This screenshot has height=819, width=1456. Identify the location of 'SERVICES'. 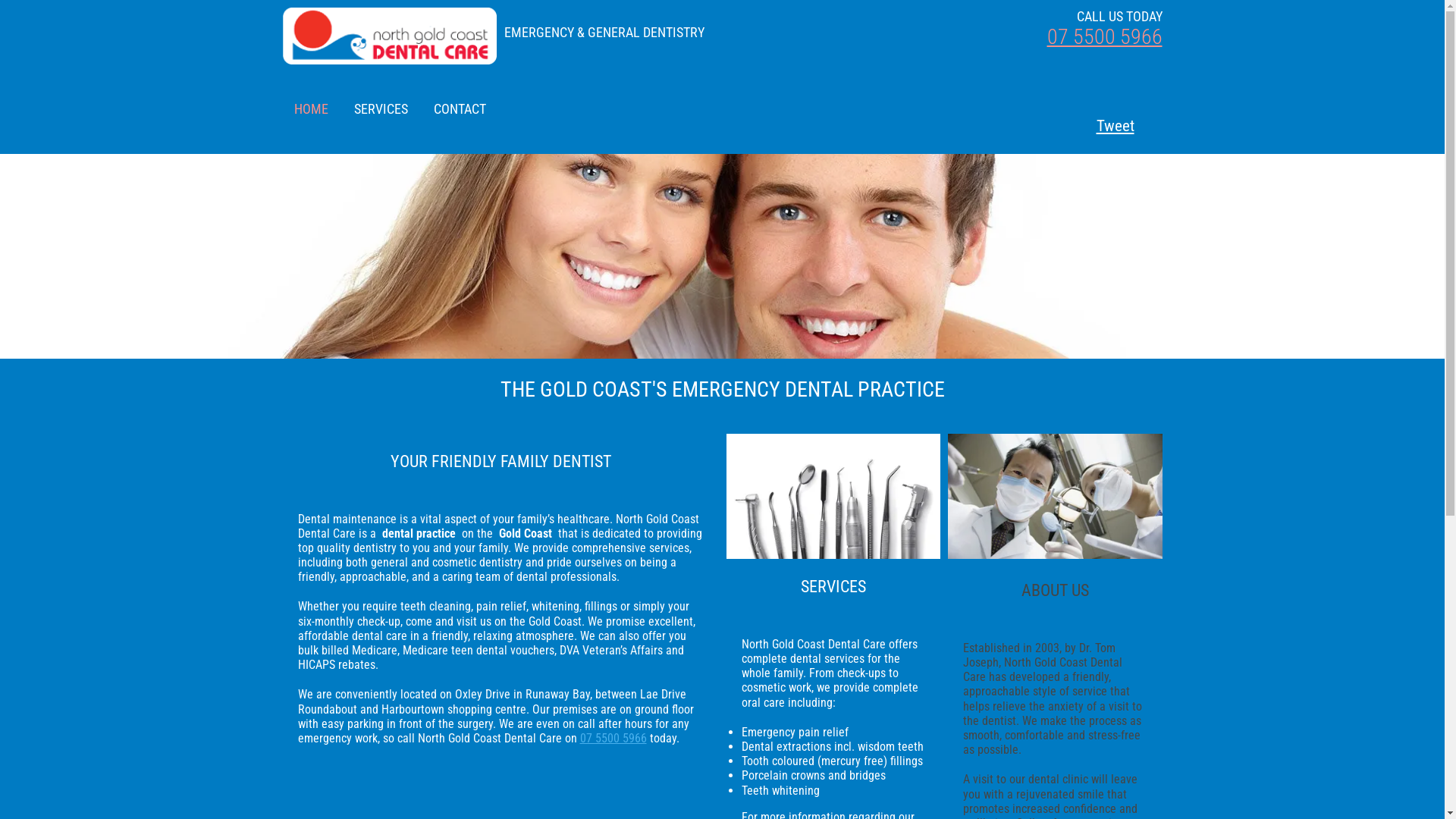
(380, 108).